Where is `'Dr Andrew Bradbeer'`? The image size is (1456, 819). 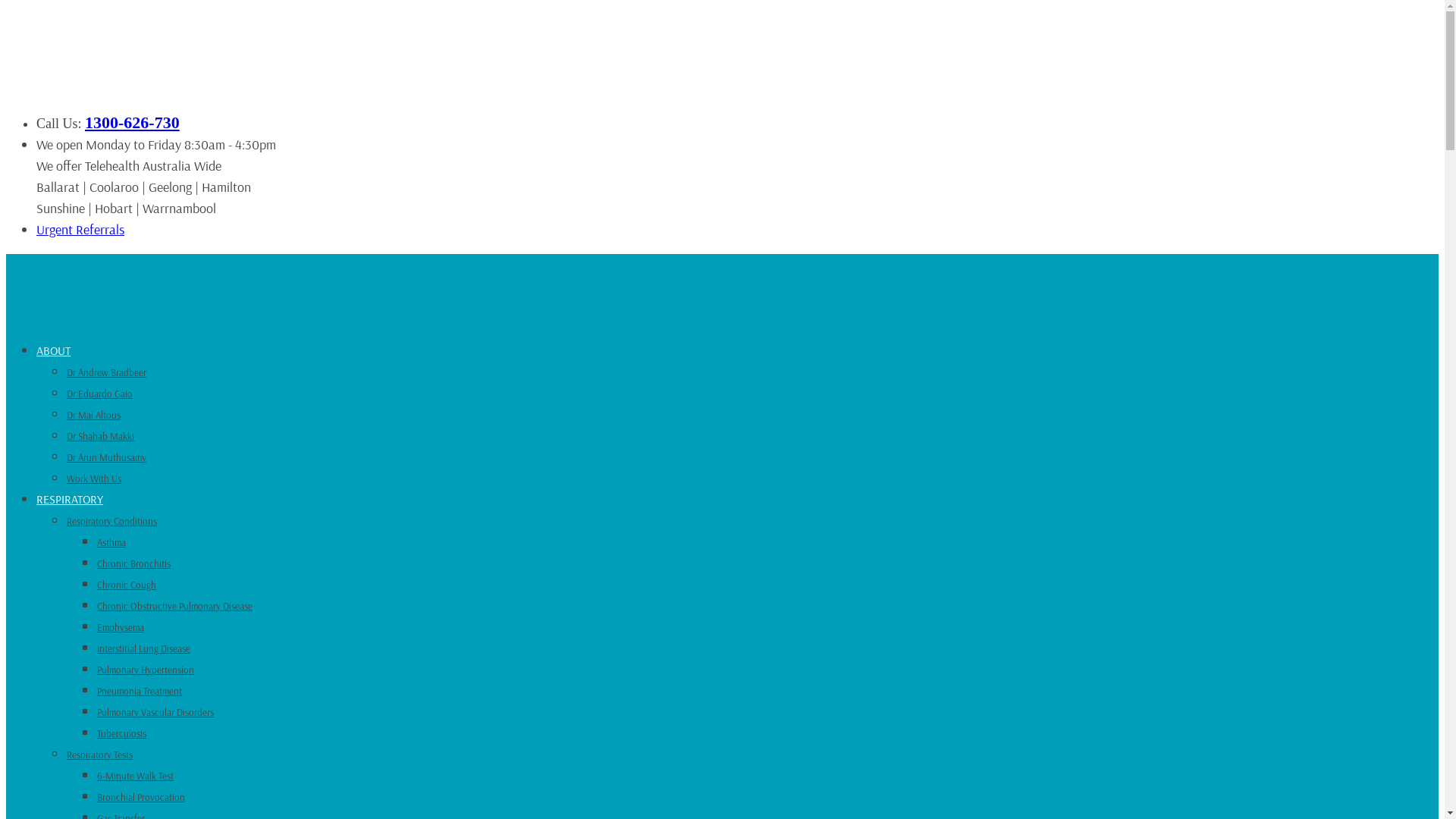 'Dr Andrew Bradbeer' is located at coordinates (105, 372).